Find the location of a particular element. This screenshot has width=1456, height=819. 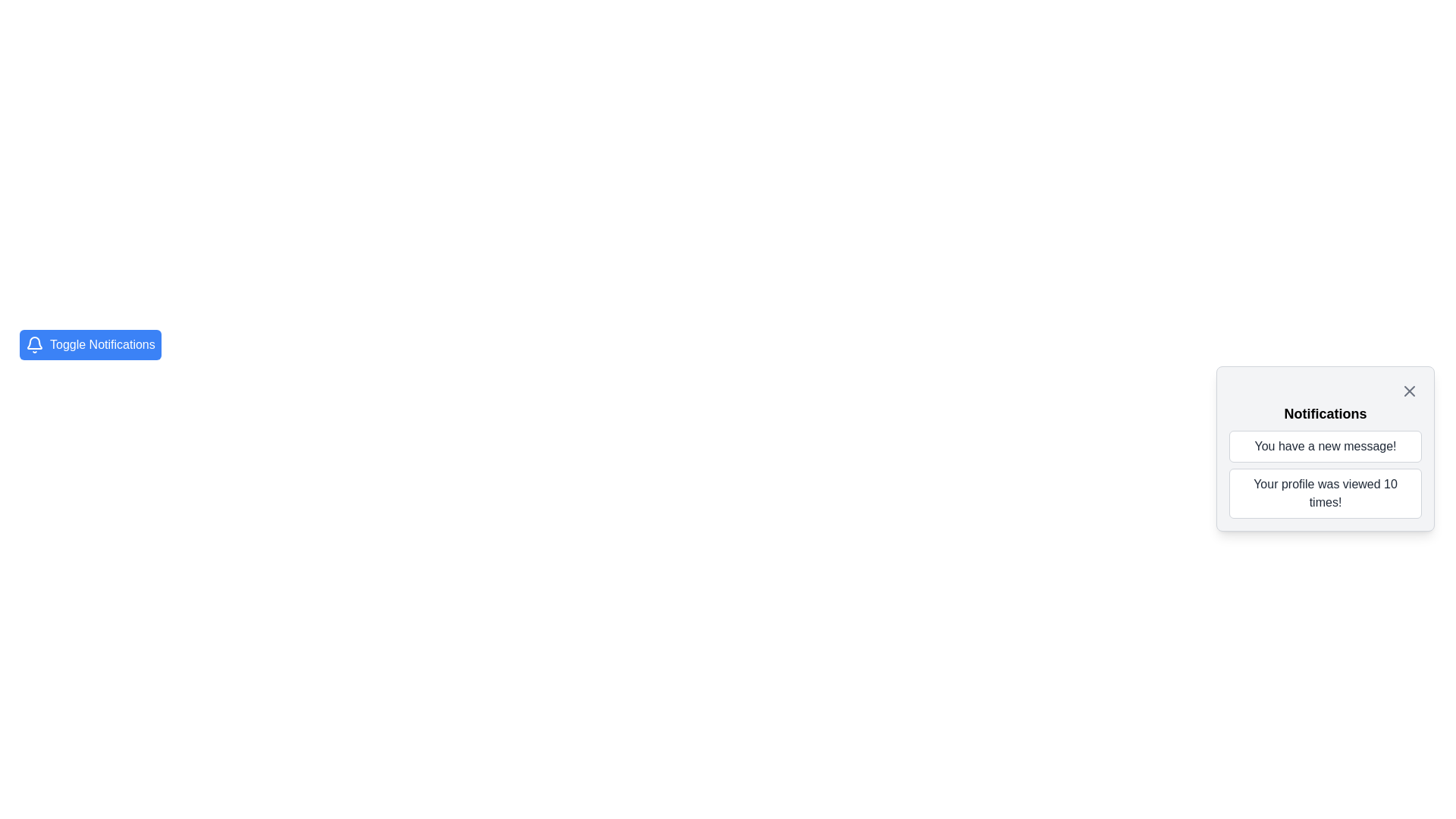

the button that toggles notification settings is located at coordinates (89, 345).